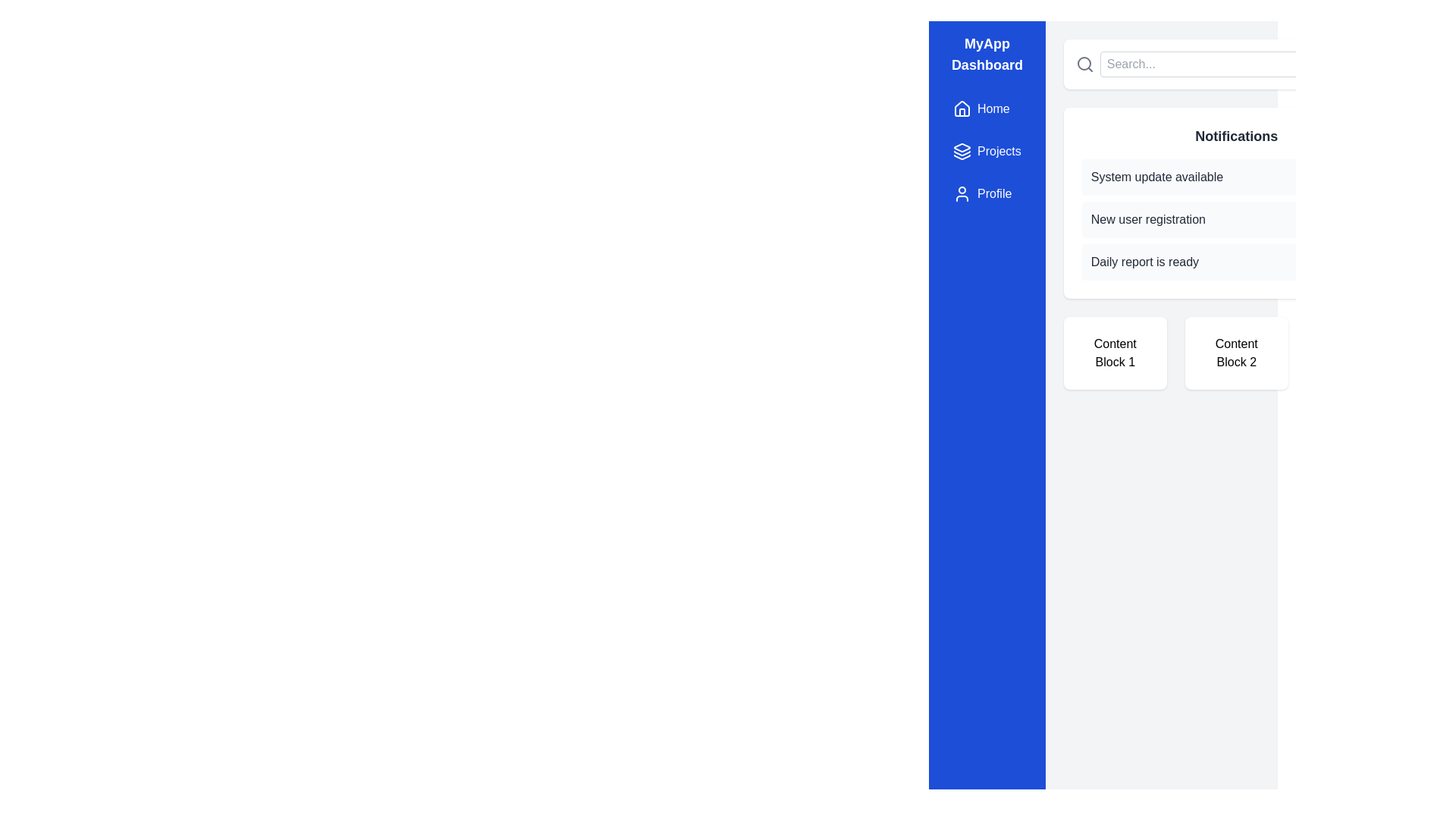  I want to click on the count value of the Indicator Badge located in the top-right corner of the notification icon, so click(1355, 61).